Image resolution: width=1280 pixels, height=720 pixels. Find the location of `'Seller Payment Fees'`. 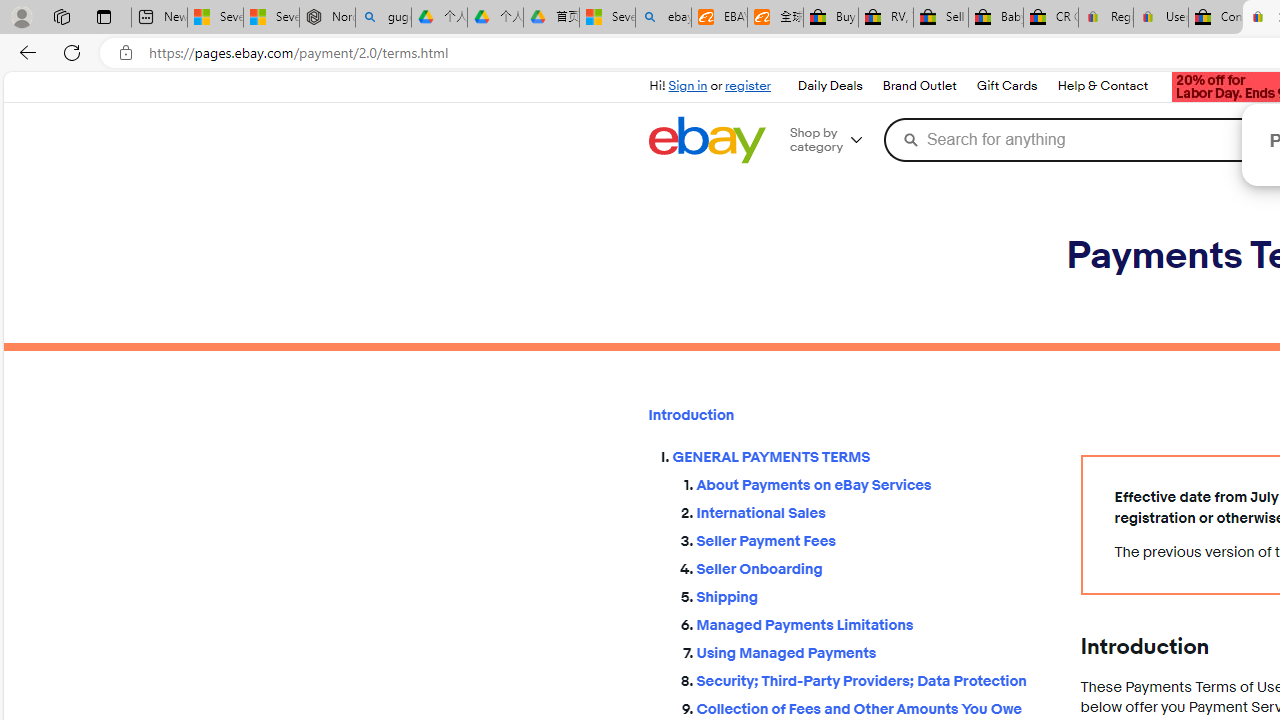

'Seller Payment Fees' is located at coordinates (872, 536).